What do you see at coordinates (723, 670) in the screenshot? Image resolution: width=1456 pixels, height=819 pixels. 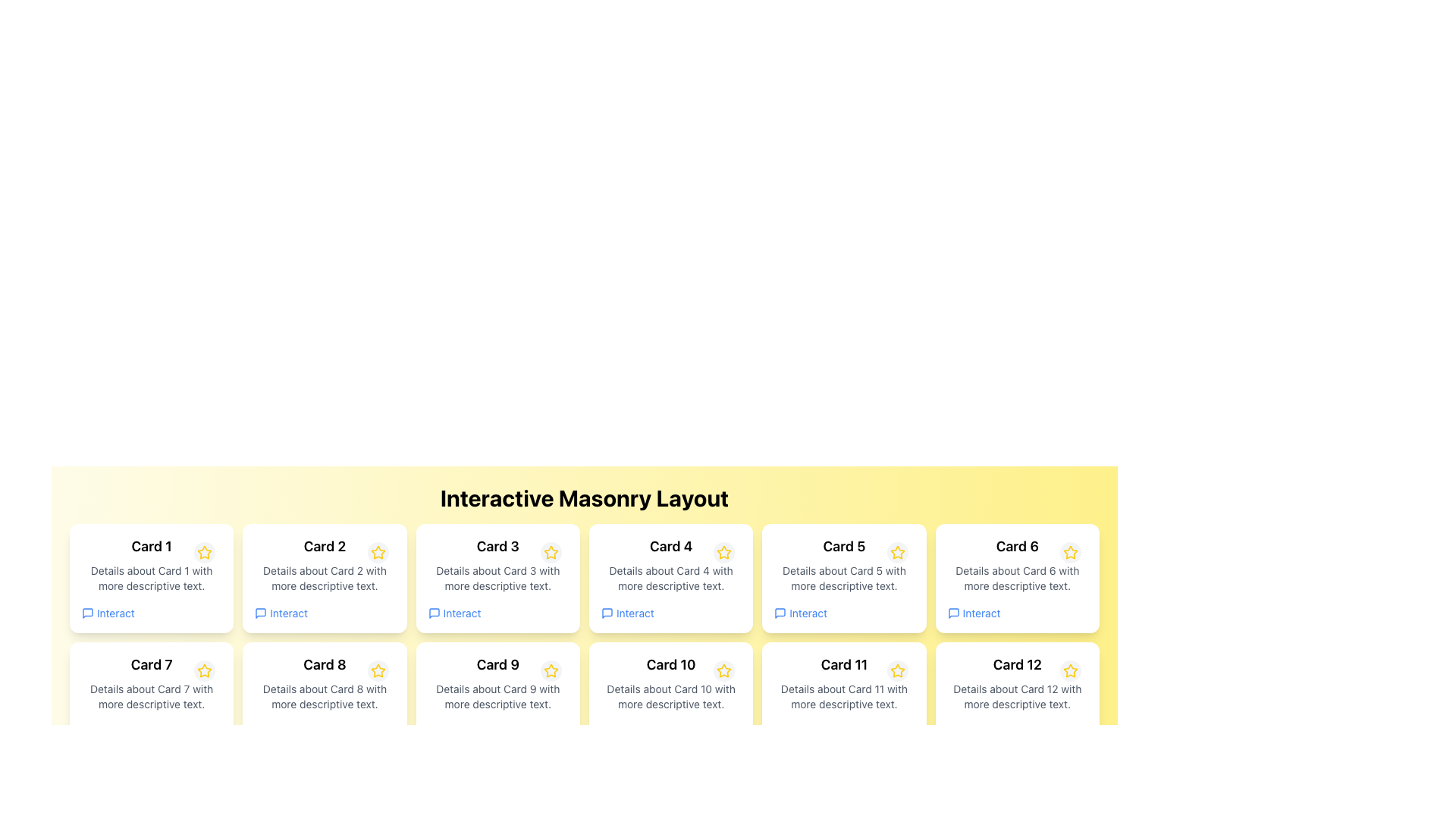 I see `the interactive button with a star icon located in the top-right corner of 'Card 10'` at bounding box center [723, 670].